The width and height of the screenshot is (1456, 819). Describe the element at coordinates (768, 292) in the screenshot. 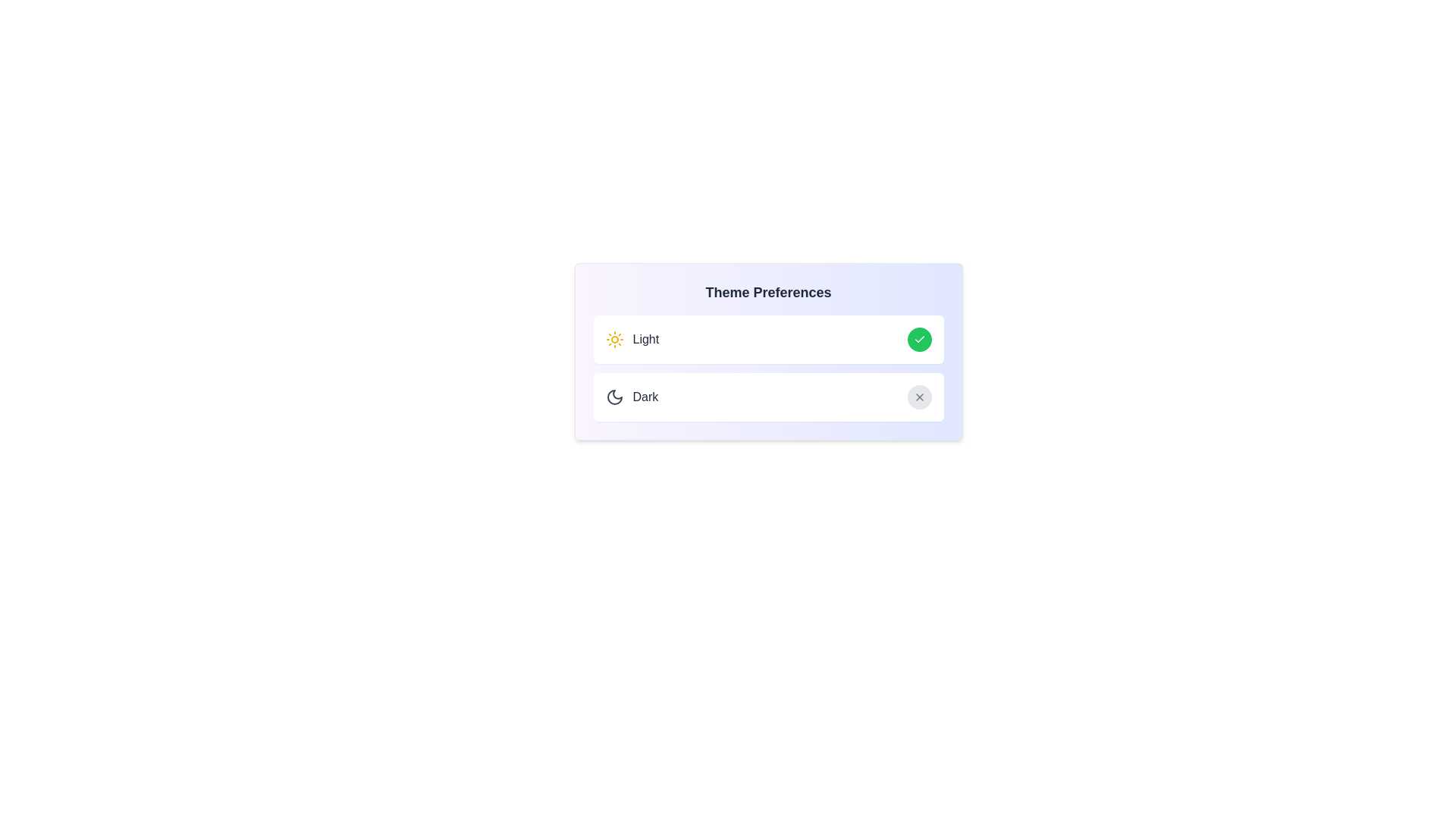

I see `the 'Theme Preferences' title text by clicking on its center` at that location.